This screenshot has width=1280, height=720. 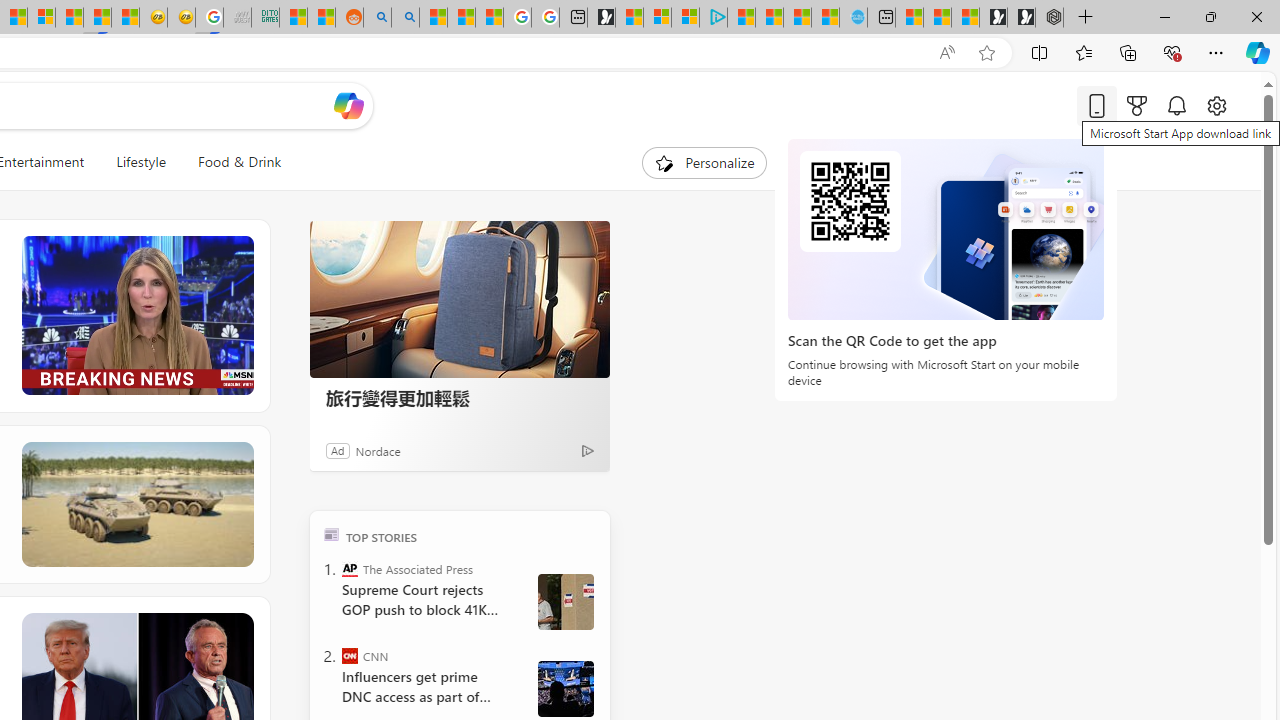 I want to click on 'CNN', so click(x=350, y=655).